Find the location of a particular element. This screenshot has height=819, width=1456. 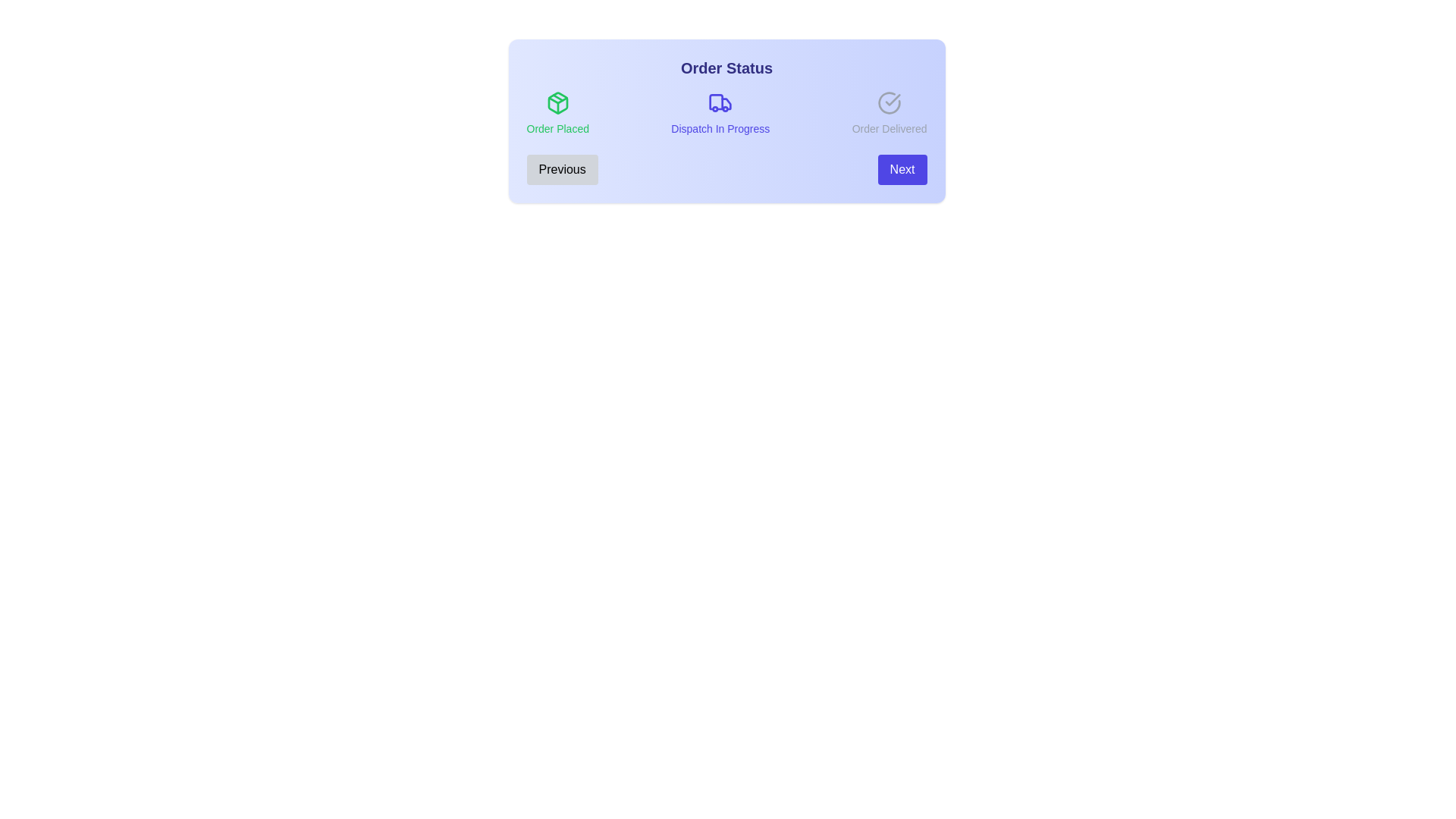

the downward-pointing triangular shape within the green-colored package icon representing the 'Order Placed' section in the progress tracker is located at coordinates (557, 100).